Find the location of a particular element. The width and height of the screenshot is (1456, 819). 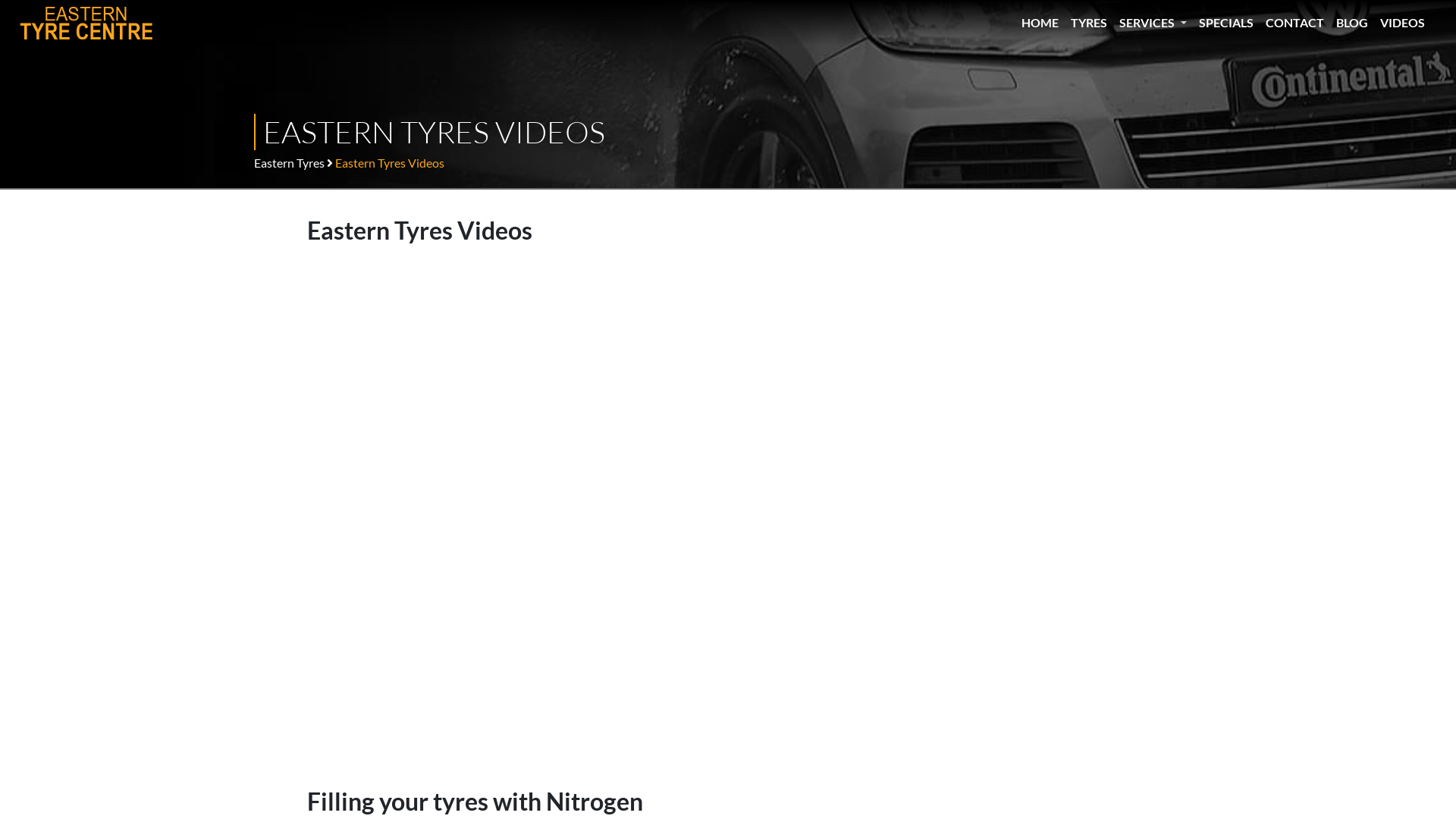

'Eastern Tyres' is located at coordinates (18, 23).